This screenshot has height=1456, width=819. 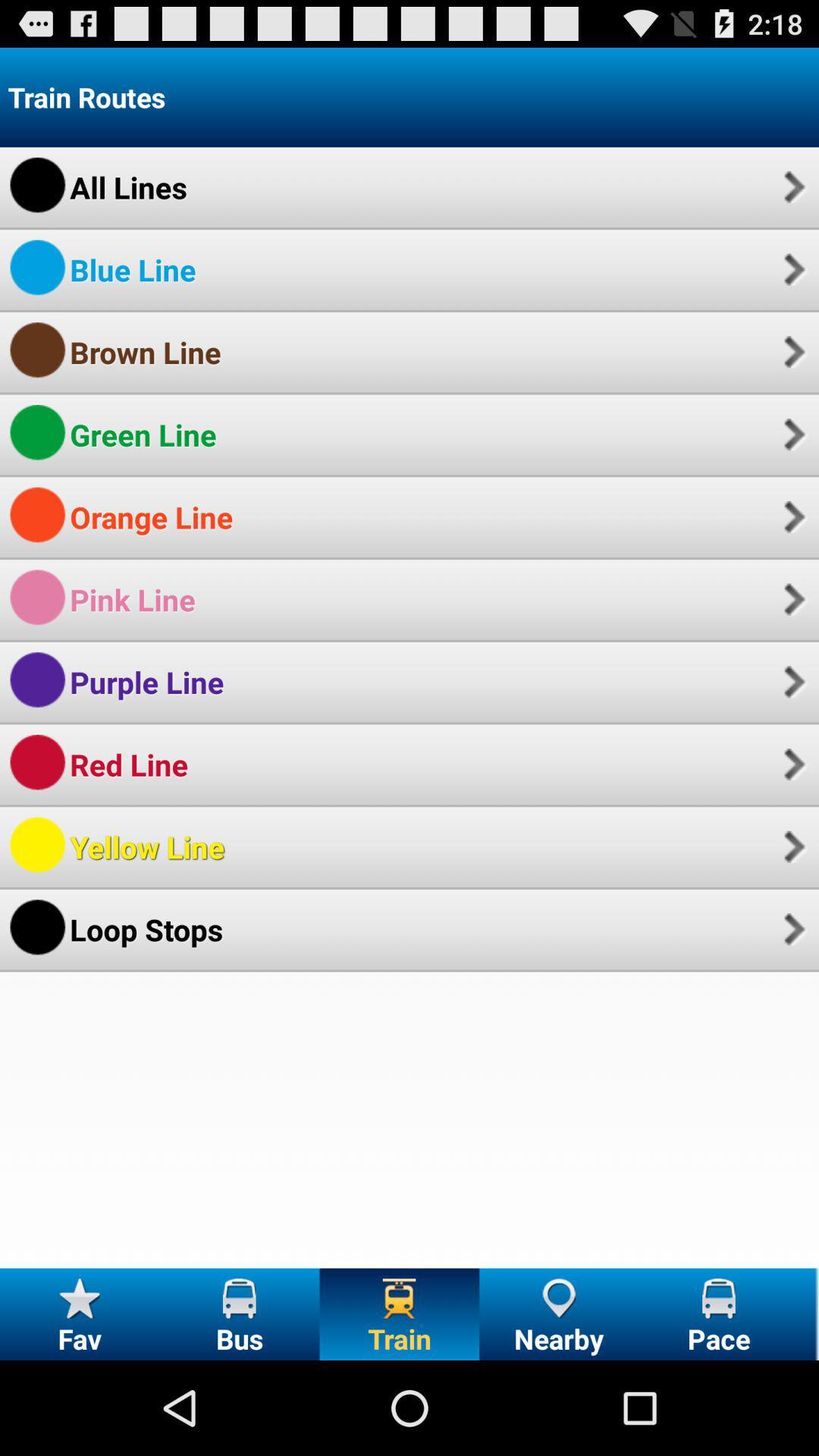 I want to click on the item above the pace, so click(x=792, y=928).